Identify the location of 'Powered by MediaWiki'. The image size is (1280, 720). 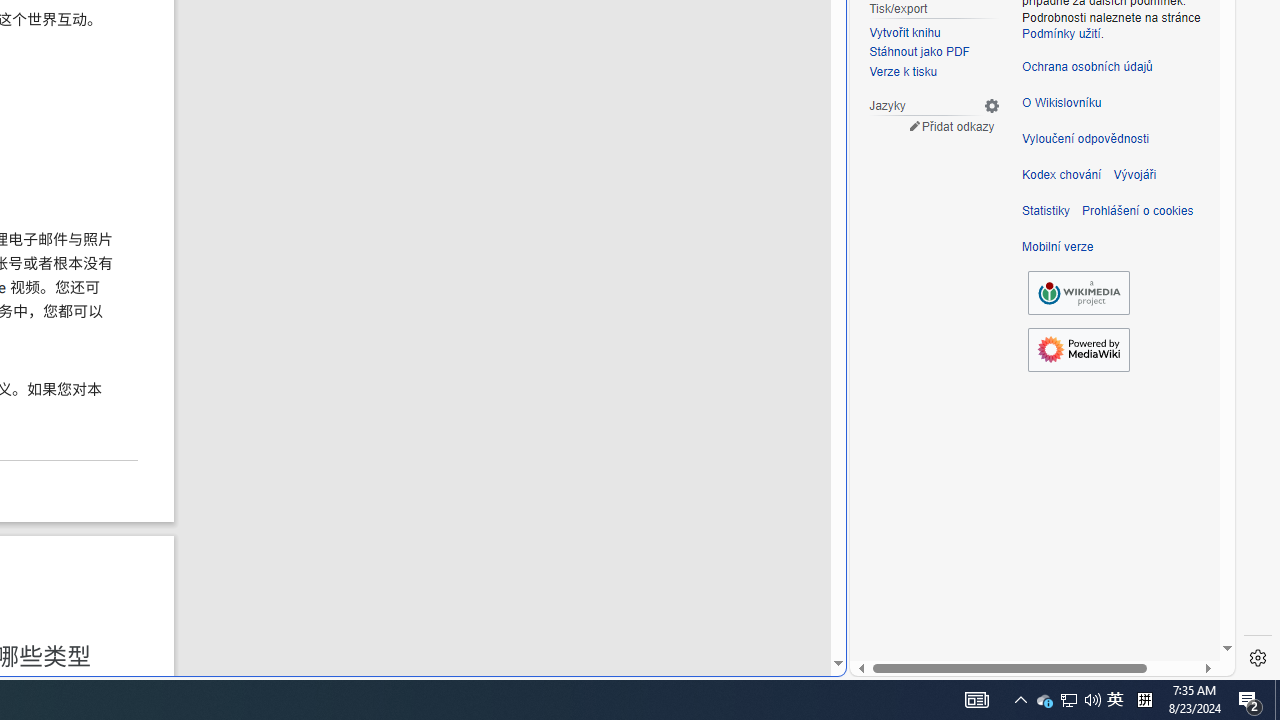
(1078, 348).